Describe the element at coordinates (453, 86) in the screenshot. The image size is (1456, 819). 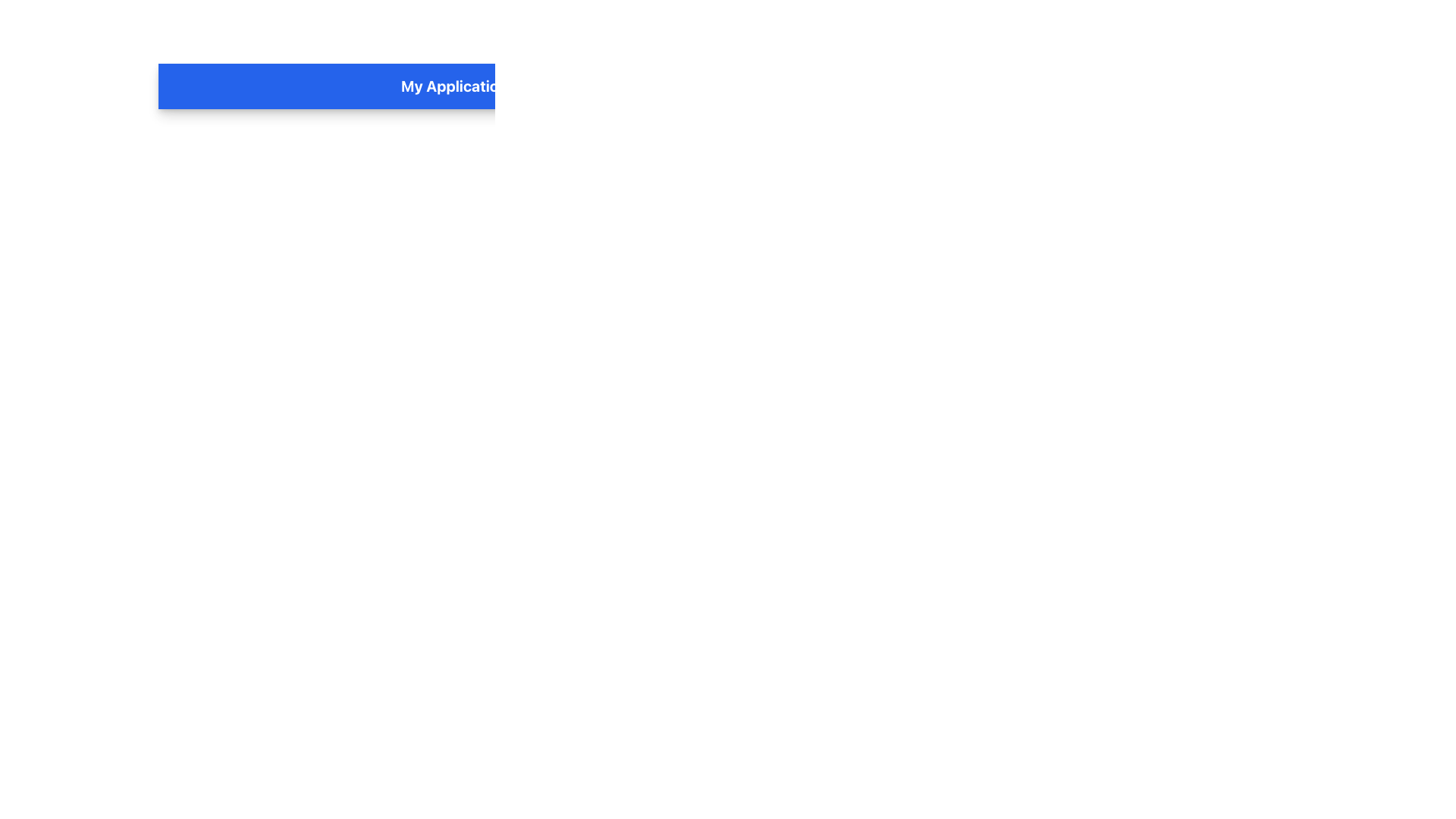
I see `the branding text label located in the top-left area of the application, which identifies the application to users` at that location.